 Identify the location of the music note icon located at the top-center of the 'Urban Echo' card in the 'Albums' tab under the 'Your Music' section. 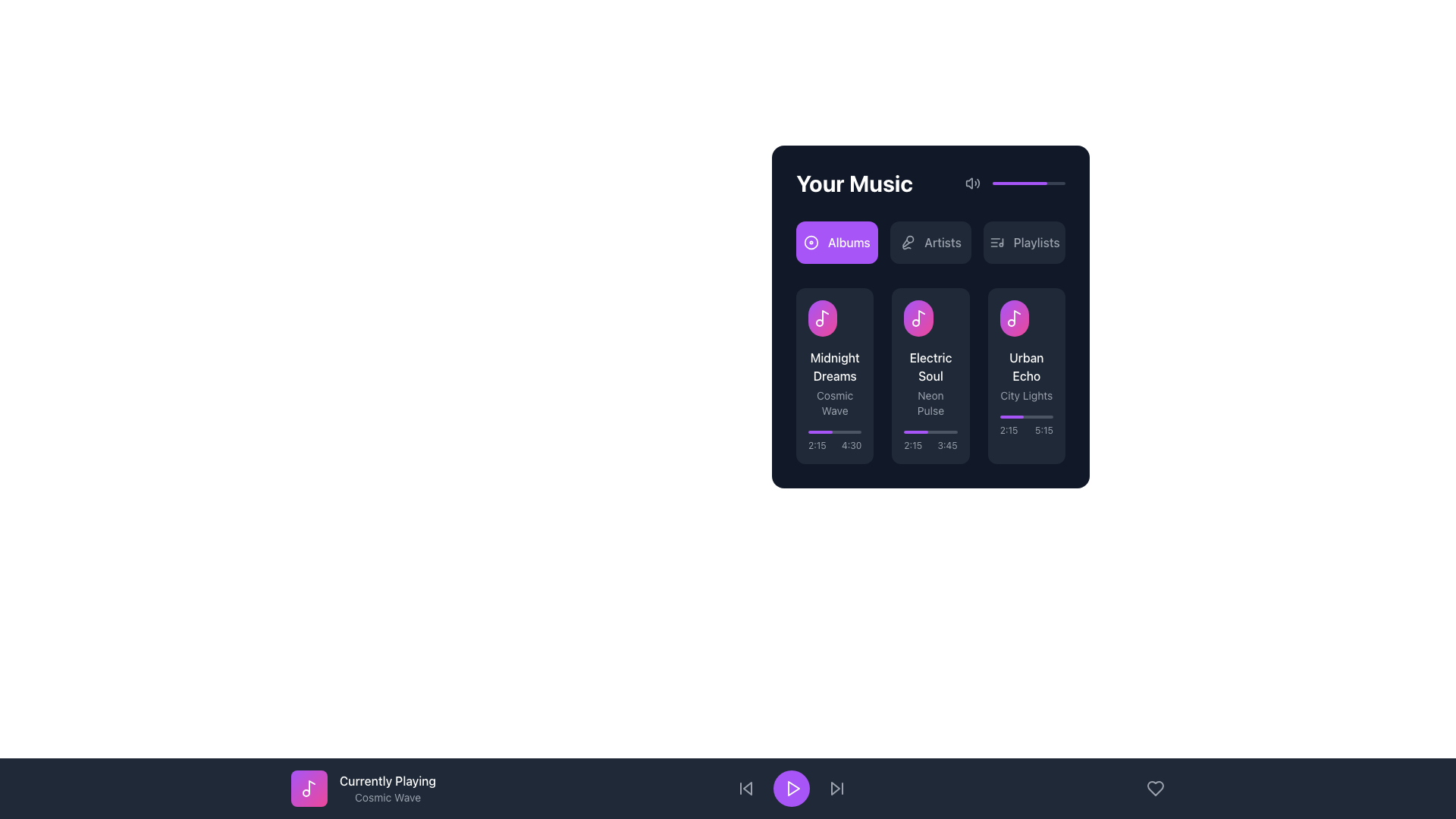
(1014, 318).